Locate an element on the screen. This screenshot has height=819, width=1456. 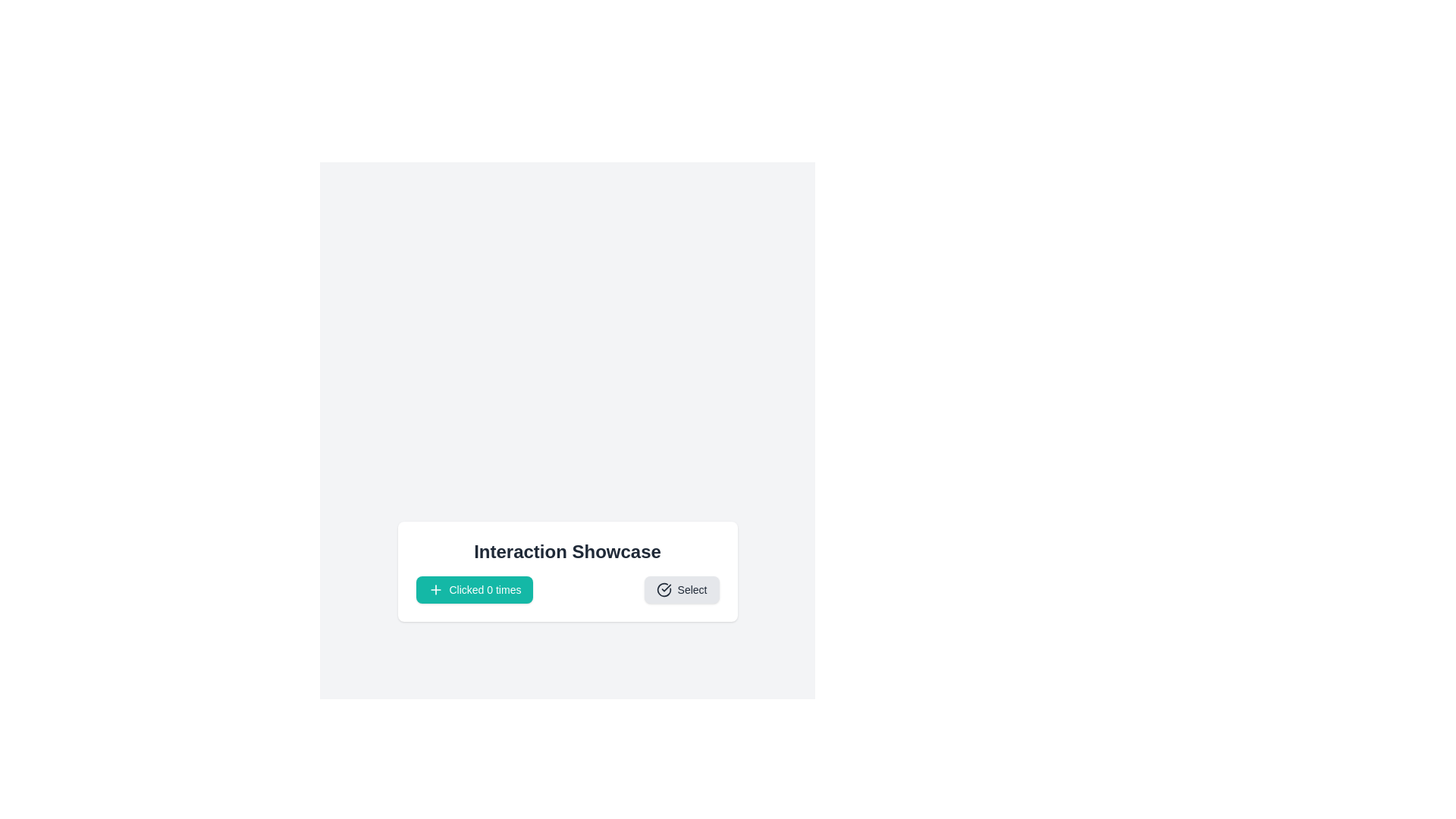
the decorative icon located within the button labeled 'Clicked 0 times' in the lower-left corner is located at coordinates (435, 589).